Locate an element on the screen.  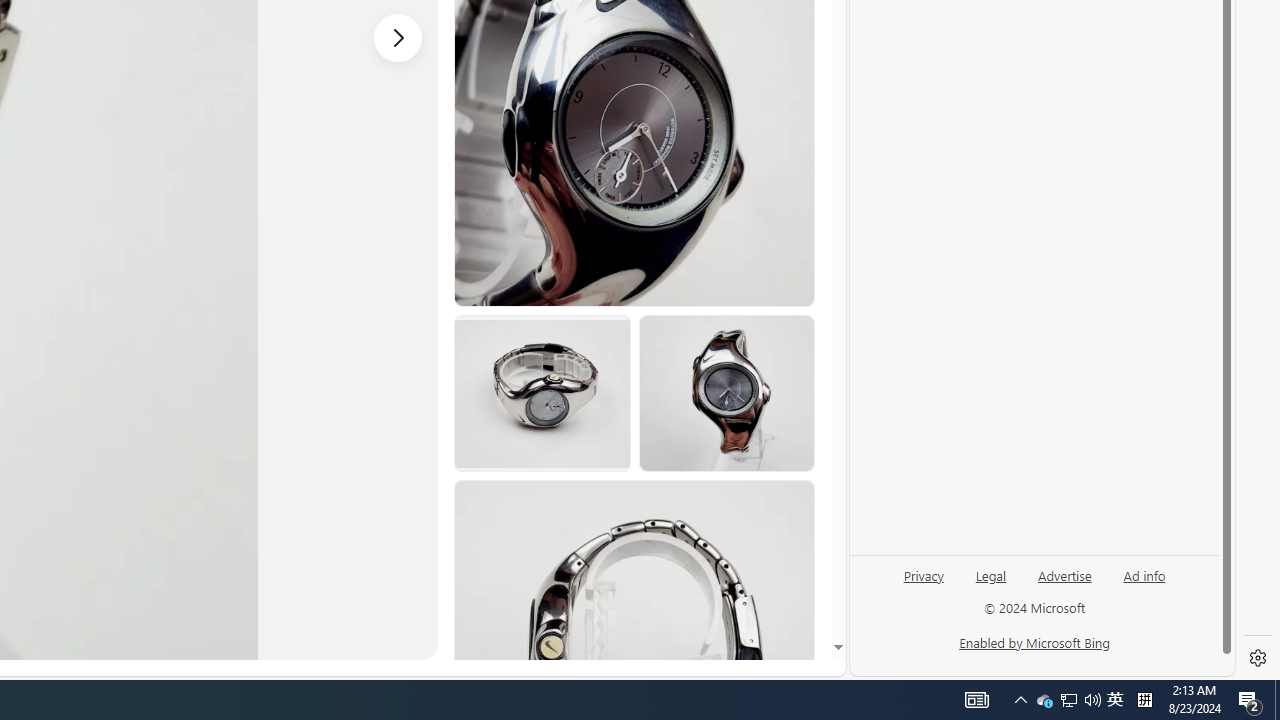
'Privacy' is located at coordinates (922, 574).